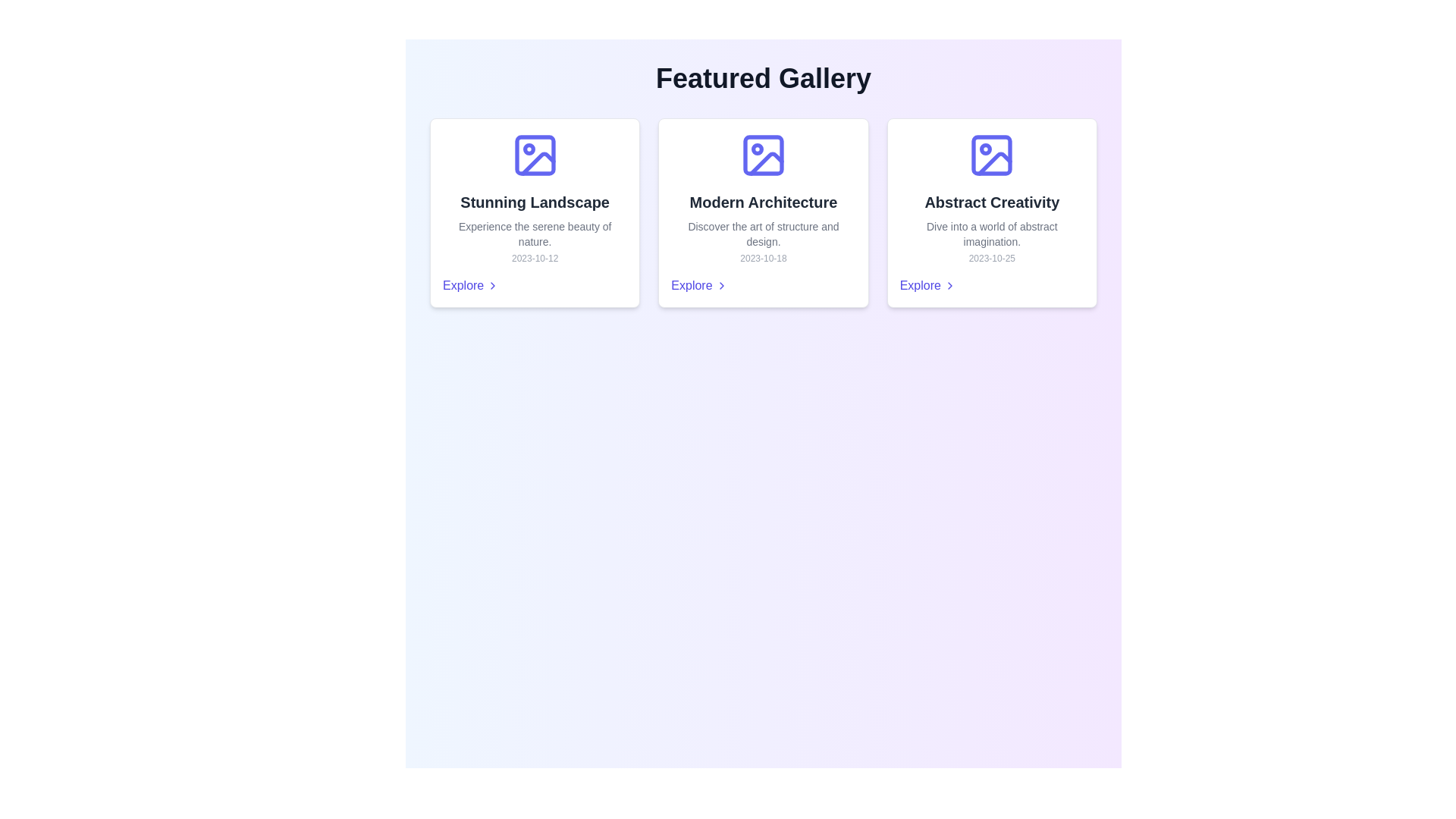  What do you see at coordinates (992, 155) in the screenshot?
I see `the Decorative SVG graphical element, which is a rectangle within the image icon on the third card titled 'Abstract Creativity'` at bounding box center [992, 155].